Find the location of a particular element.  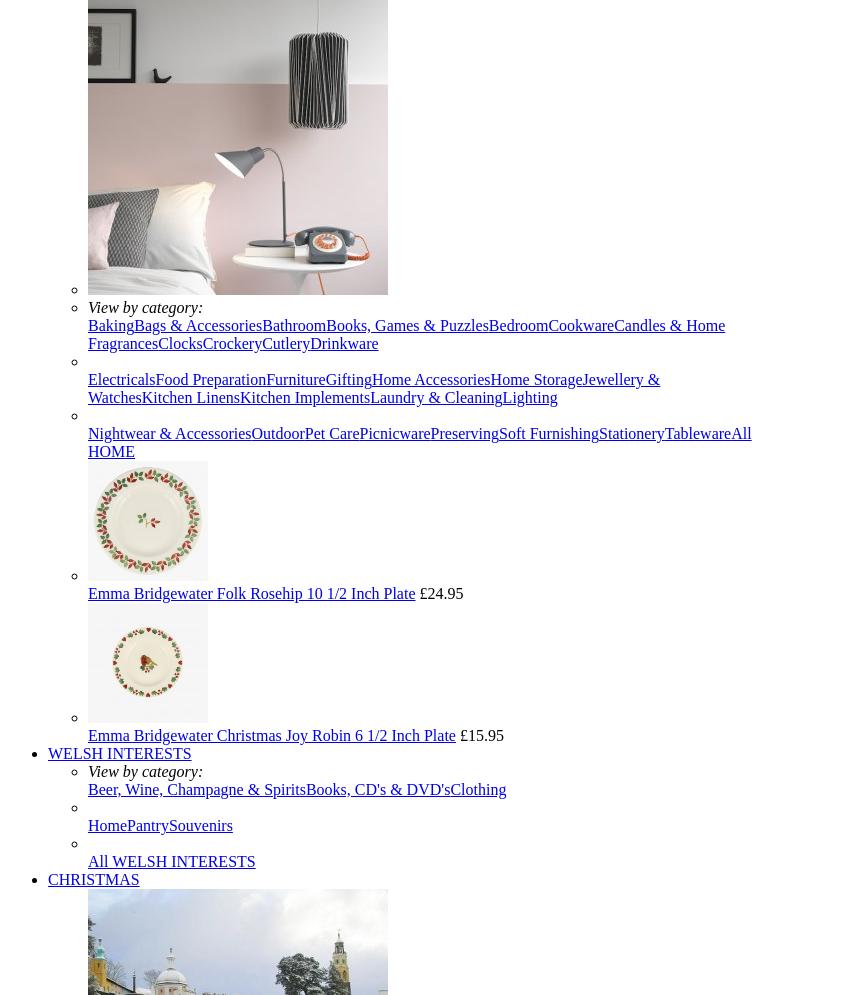

'Kitchen Implements' is located at coordinates (304, 397).